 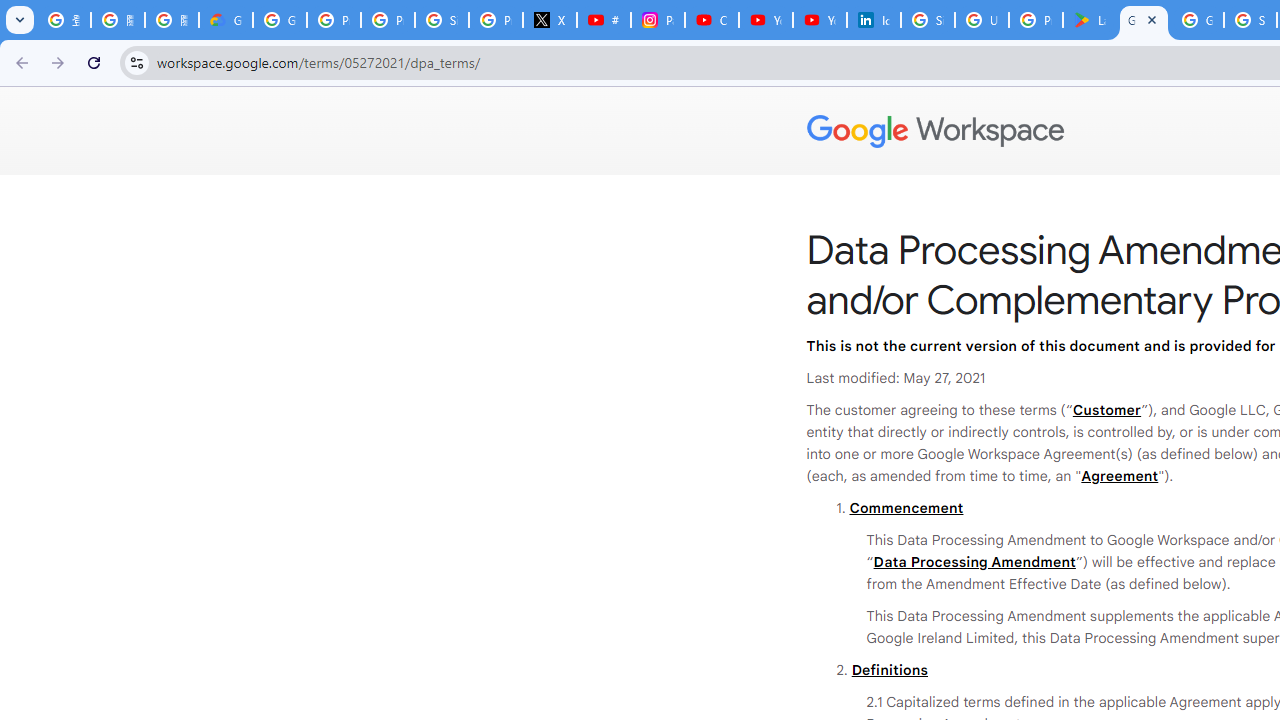 What do you see at coordinates (550, 20) in the screenshot?
I see `'X'` at bounding box center [550, 20].